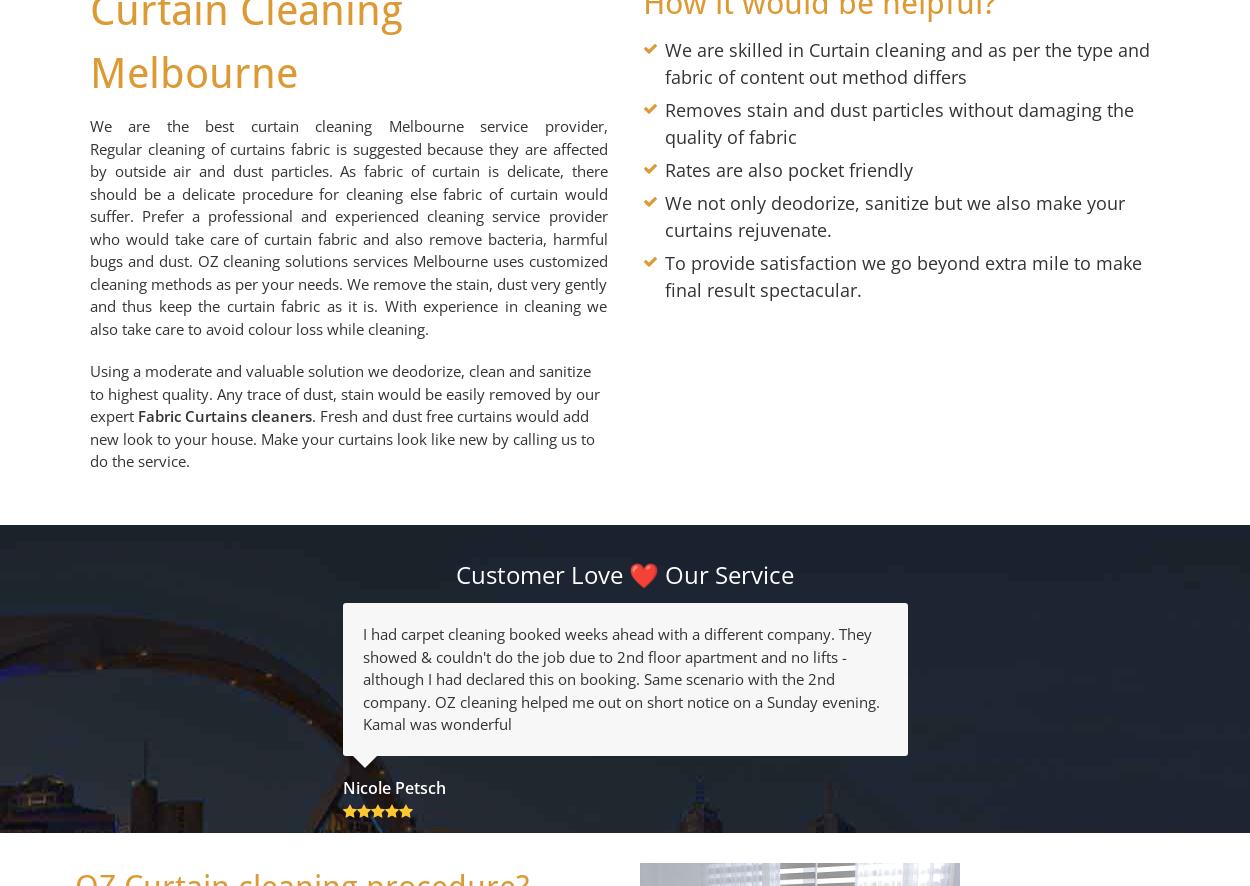 The width and height of the screenshot is (1250, 886). I want to click on 'I had carpet cleaning booked weeks ahead with a different company. They showed & couldn't do the job due to 2nd floor apartment and', so click(615, 645).